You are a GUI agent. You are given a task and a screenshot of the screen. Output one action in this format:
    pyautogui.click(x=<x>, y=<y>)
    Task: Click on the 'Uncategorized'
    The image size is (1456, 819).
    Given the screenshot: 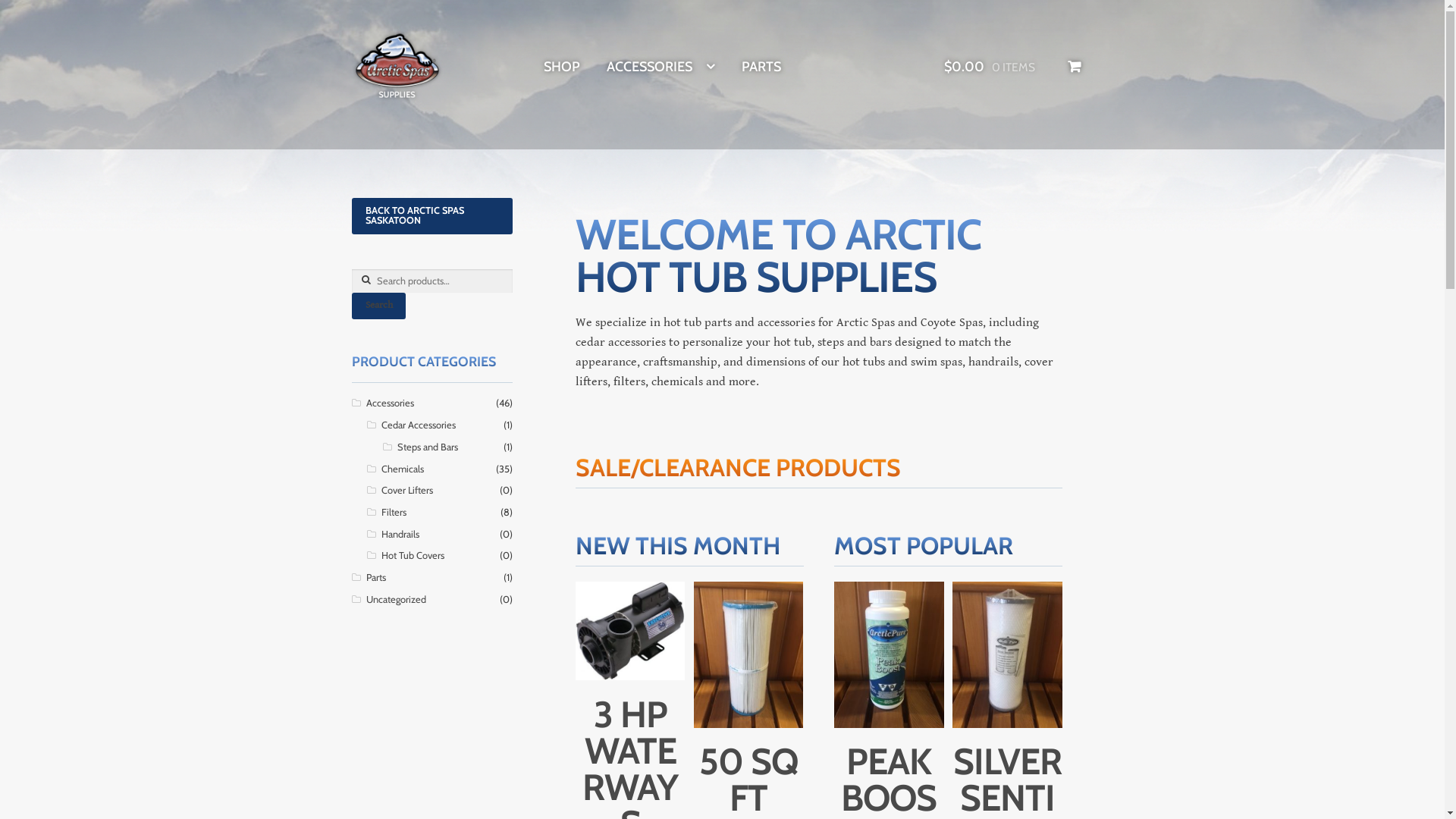 What is the action you would take?
    pyautogui.click(x=395, y=598)
    